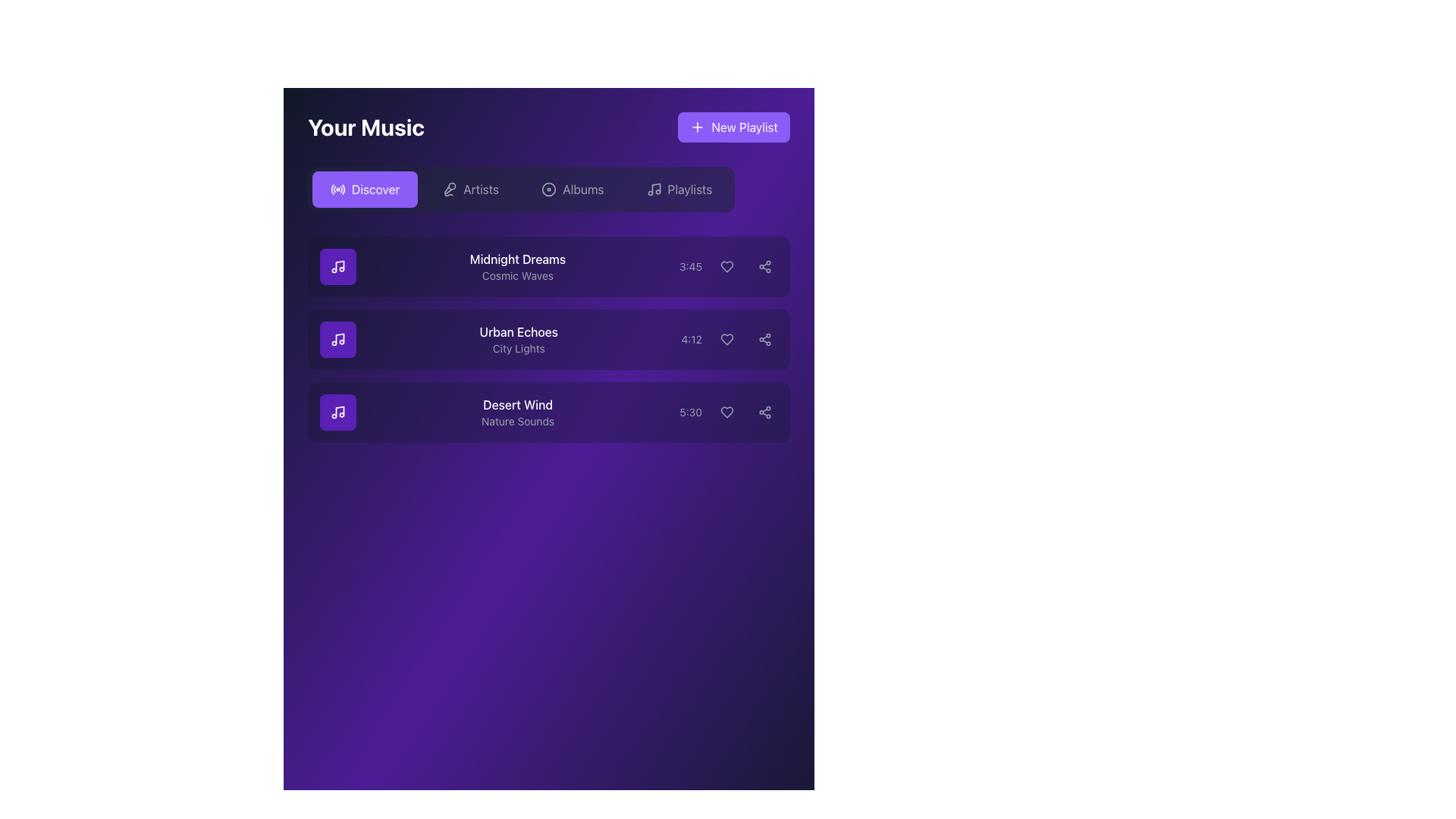 This screenshot has height=819, width=1456. I want to click on the text display area that shows the title and subtitle of the music track, located at the top of the list with a music icon on the left and a timestamp on the right, so click(517, 265).